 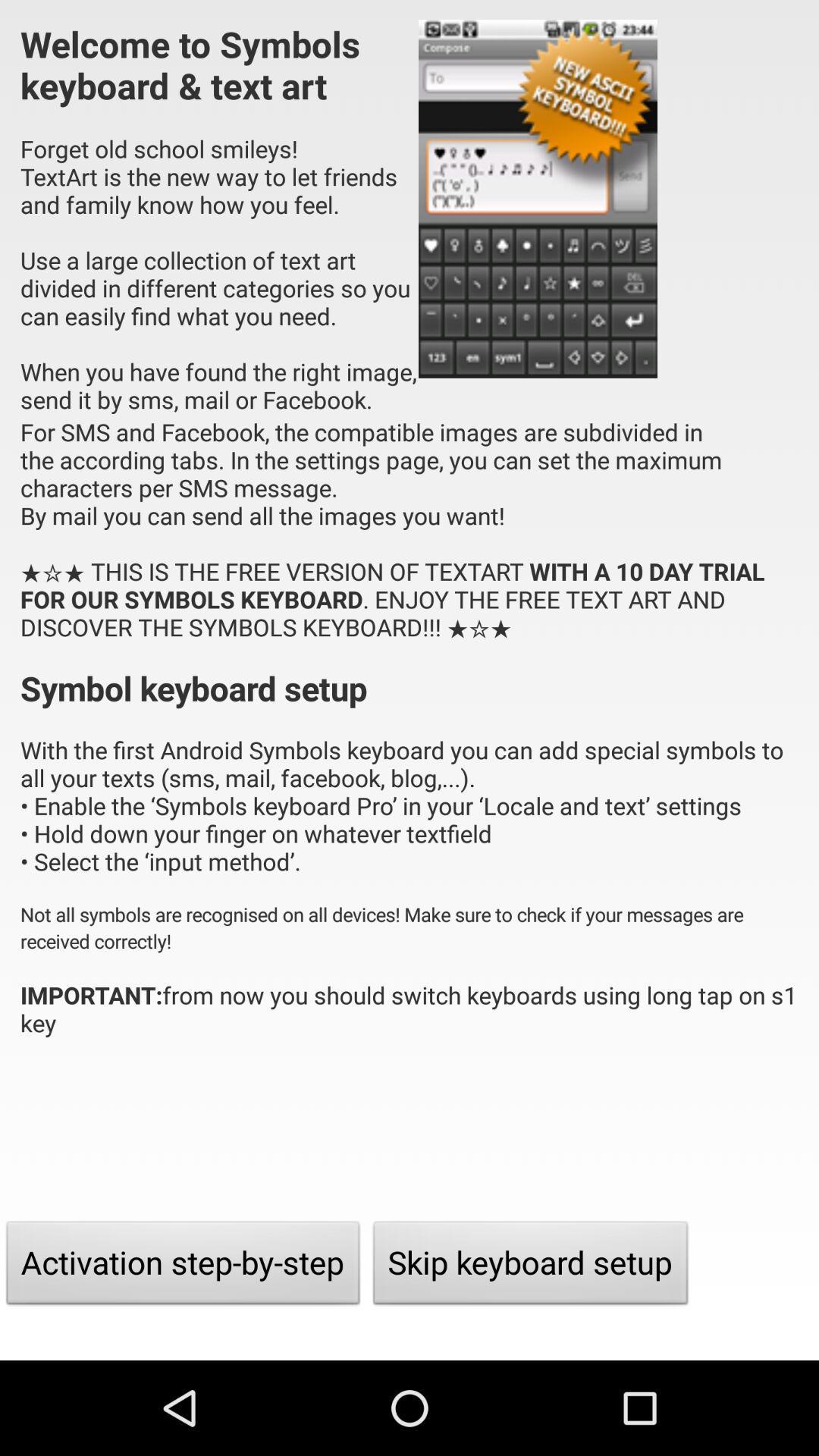 I want to click on icon below the for sms and item, so click(x=530, y=1266).